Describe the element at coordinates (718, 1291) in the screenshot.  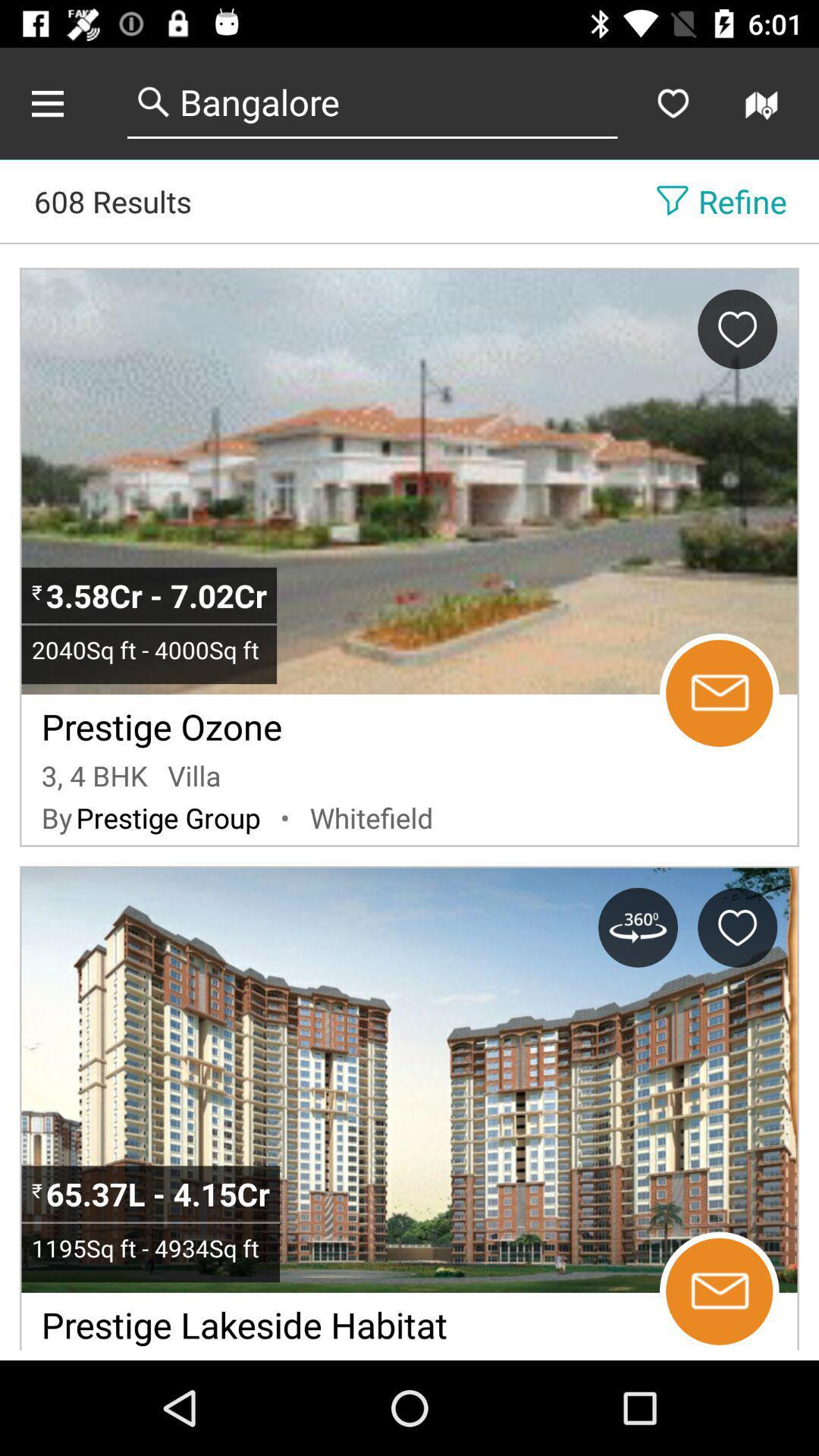
I see `message` at that location.